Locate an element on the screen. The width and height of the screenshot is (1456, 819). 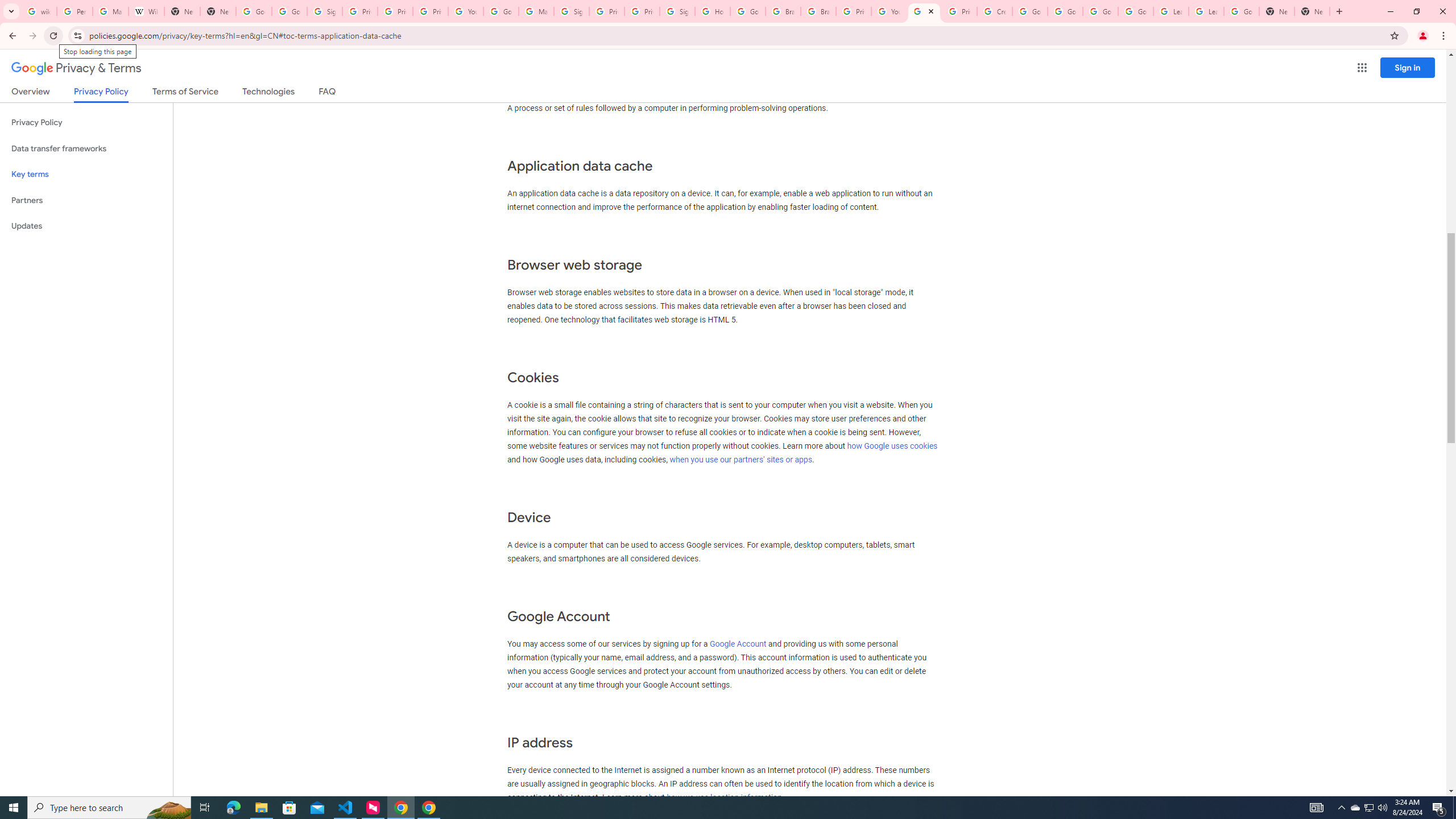
'how we use location information.' is located at coordinates (725, 797).